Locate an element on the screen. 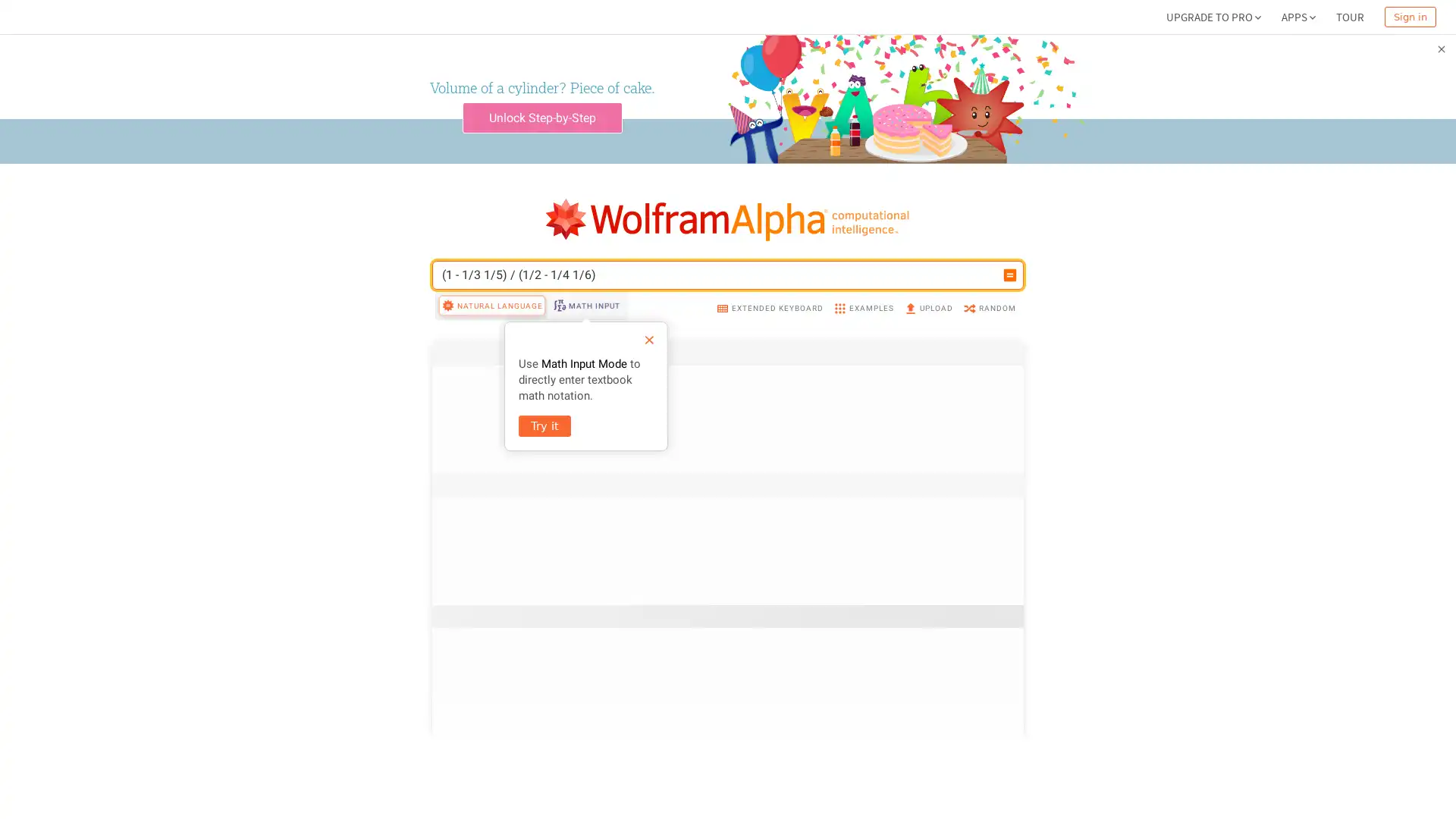 Image resolution: width=1456 pixels, height=819 pixels. Try it is located at coordinates (544, 426).